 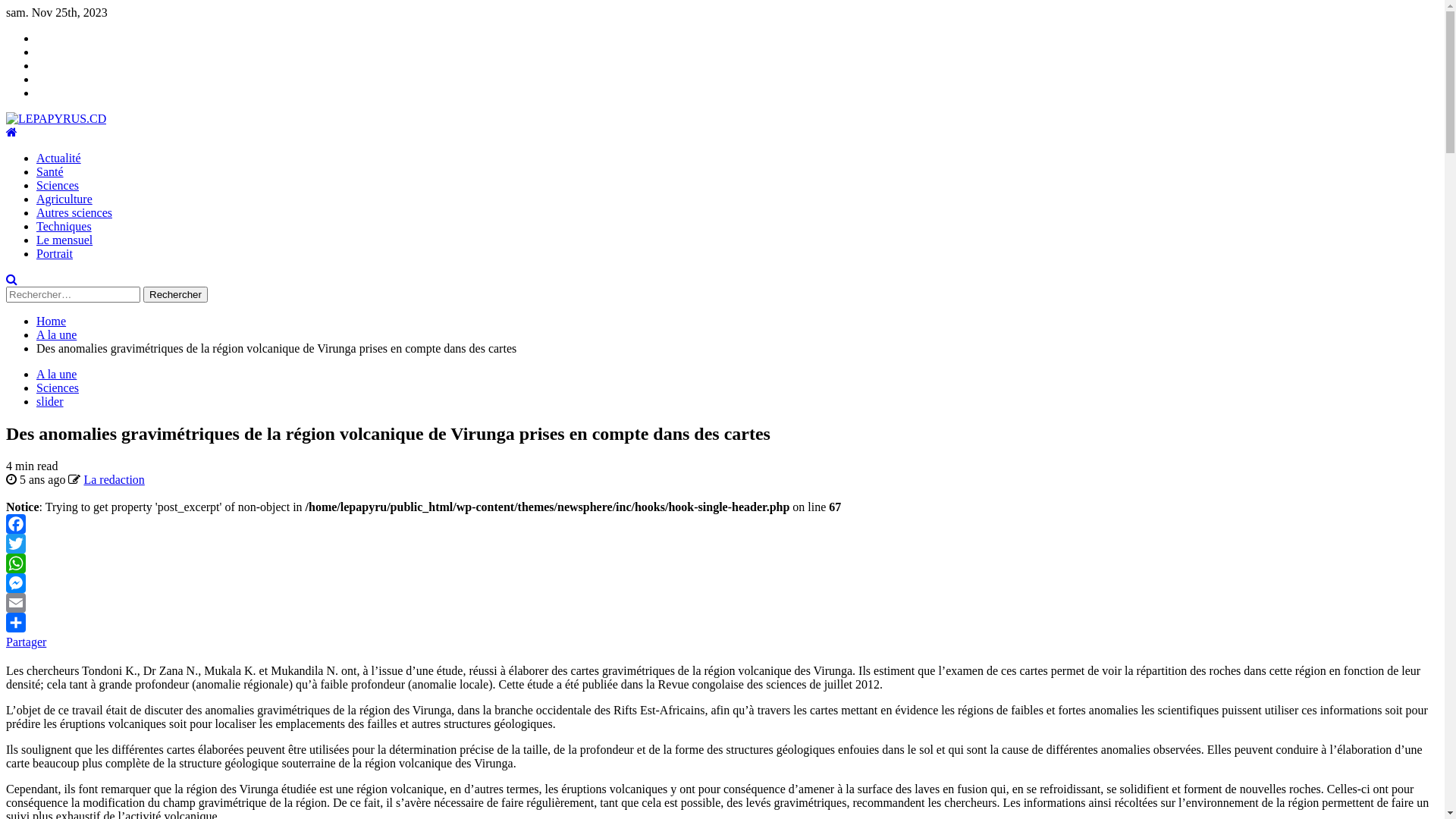 What do you see at coordinates (112, 479) in the screenshot?
I see `'La redaction'` at bounding box center [112, 479].